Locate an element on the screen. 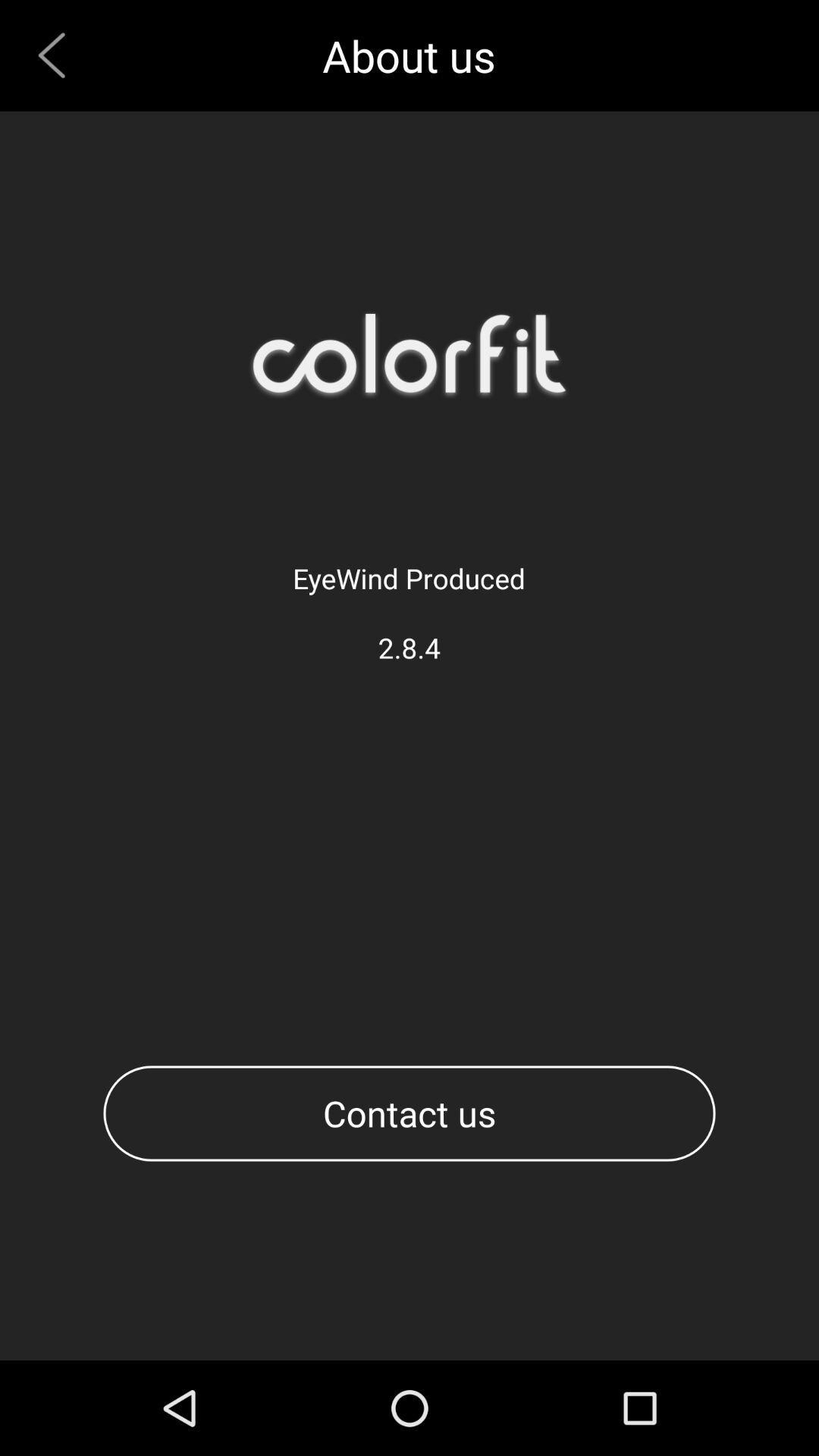  item below 2.8.4 icon is located at coordinates (409, 1113).